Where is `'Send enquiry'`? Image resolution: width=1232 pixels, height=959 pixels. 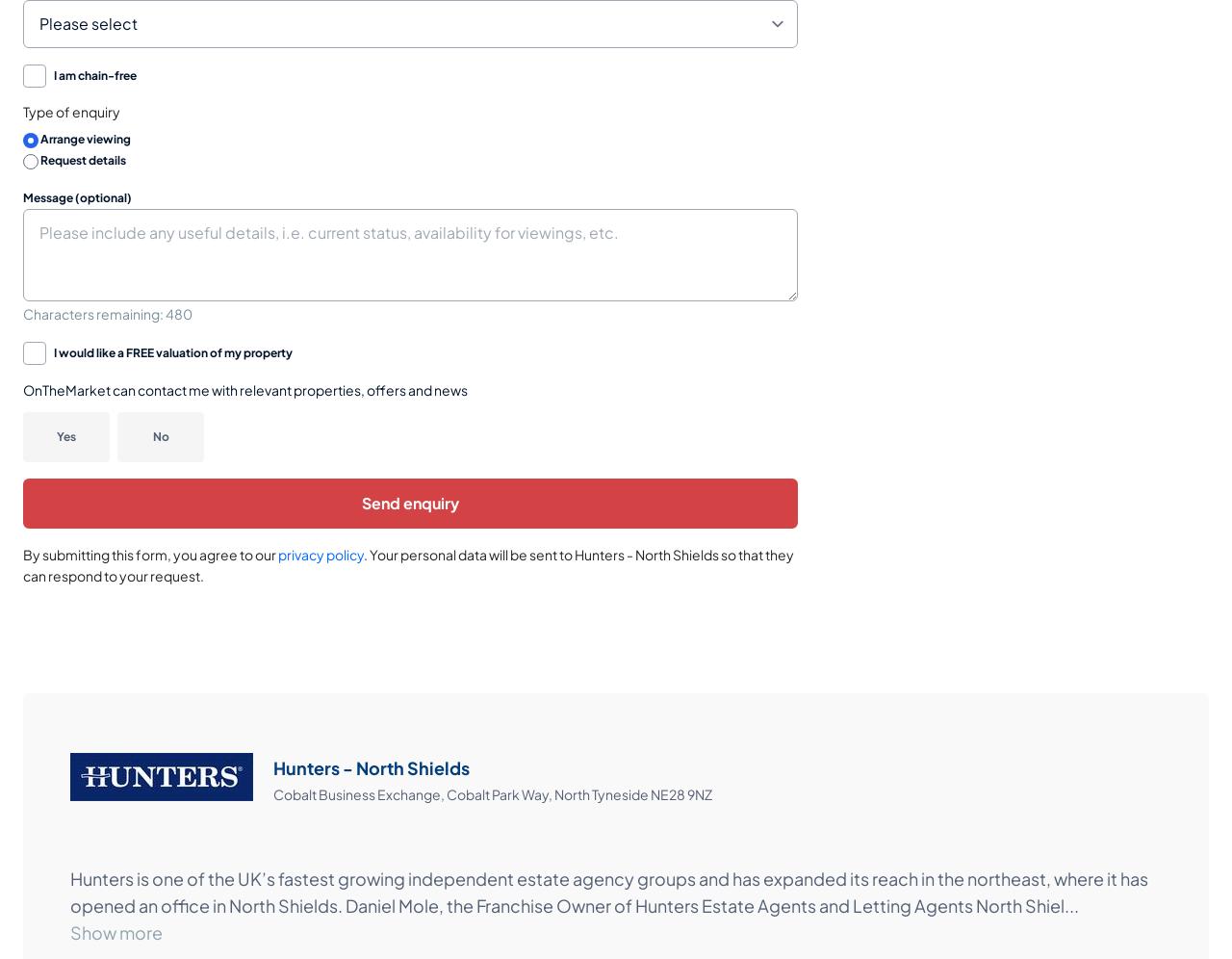 'Send enquiry' is located at coordinates (409, 502).